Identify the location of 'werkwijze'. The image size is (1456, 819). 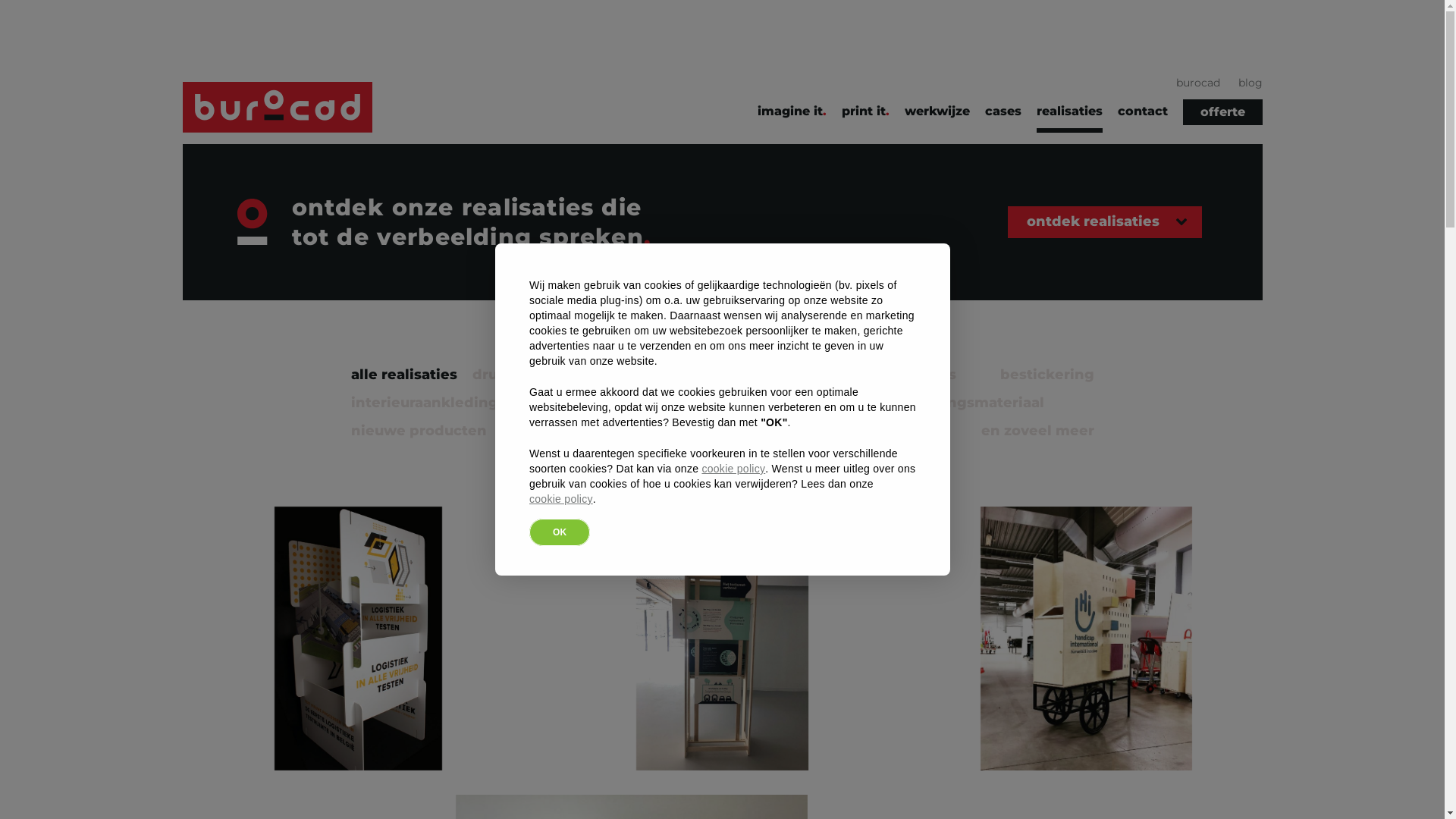
(937, 115).